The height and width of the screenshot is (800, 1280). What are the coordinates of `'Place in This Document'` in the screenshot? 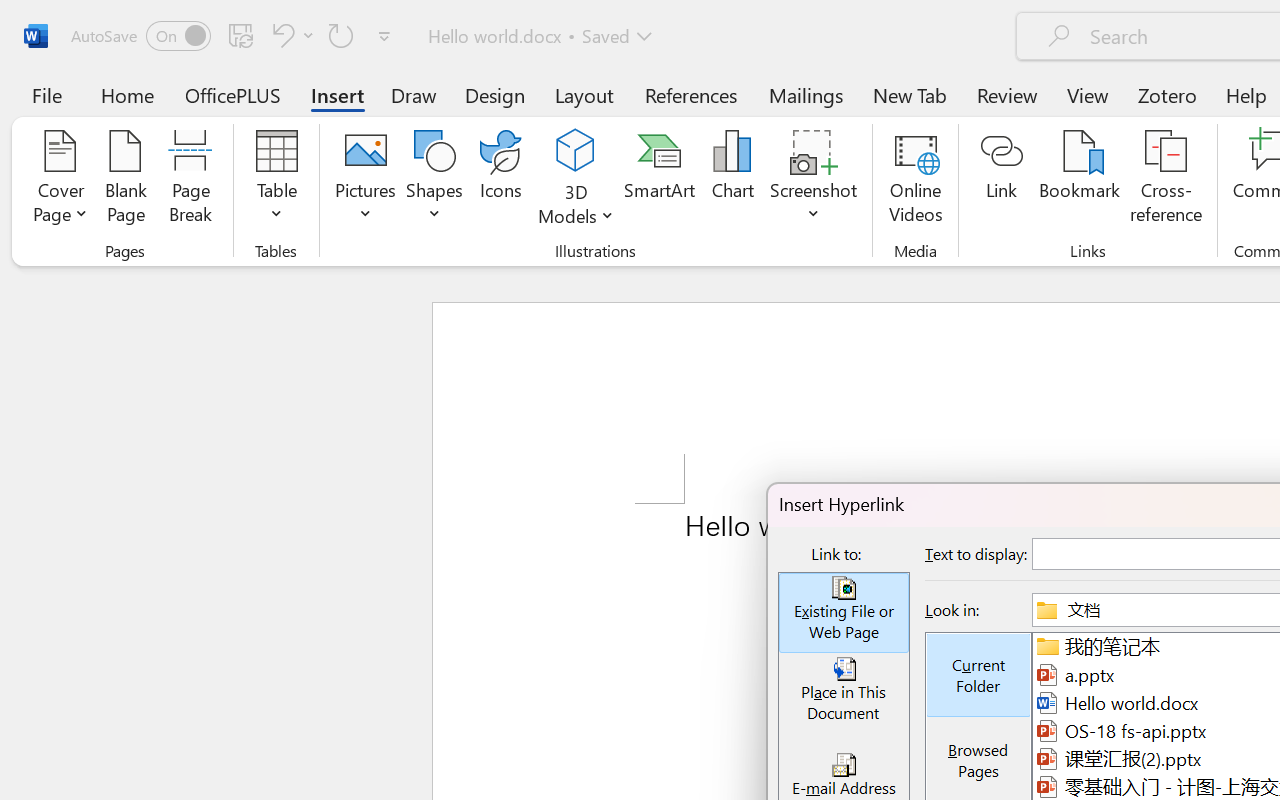 It's located at (844, 694).